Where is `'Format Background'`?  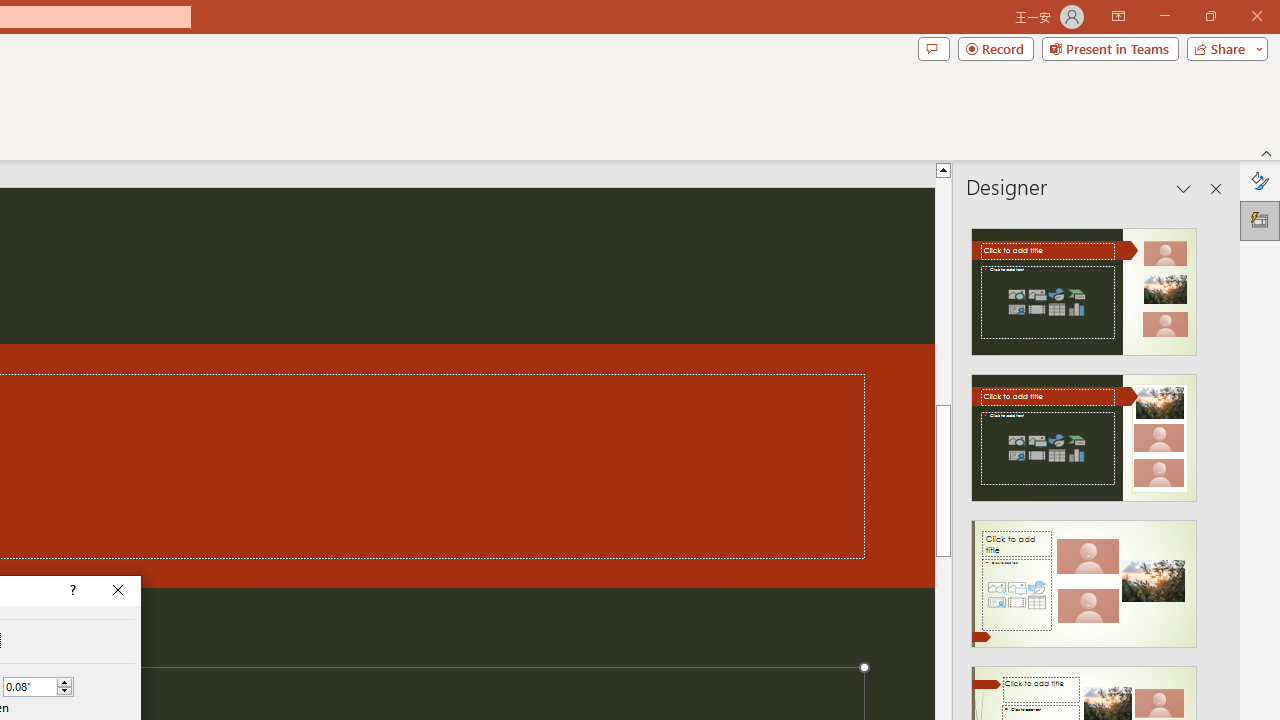 'Format Background' is located at coordinates (1259, 181).